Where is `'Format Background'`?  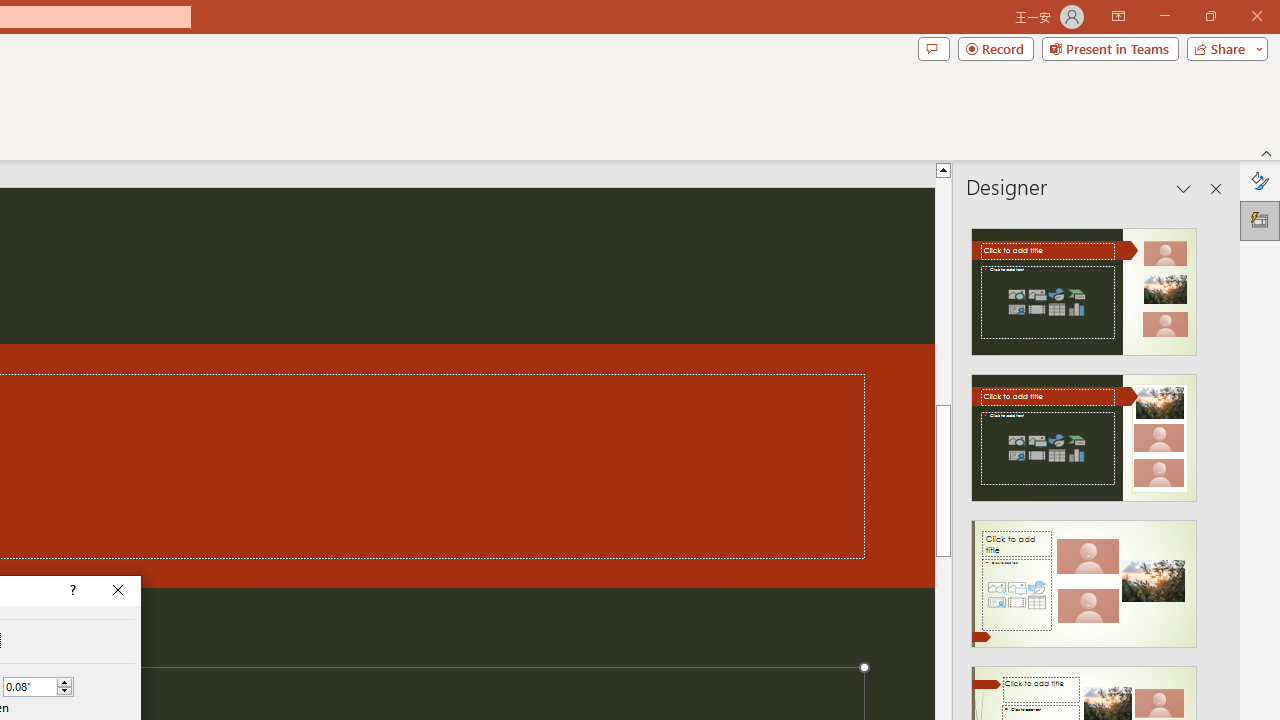 'Format Background' is located at coordinates (1259, 181).